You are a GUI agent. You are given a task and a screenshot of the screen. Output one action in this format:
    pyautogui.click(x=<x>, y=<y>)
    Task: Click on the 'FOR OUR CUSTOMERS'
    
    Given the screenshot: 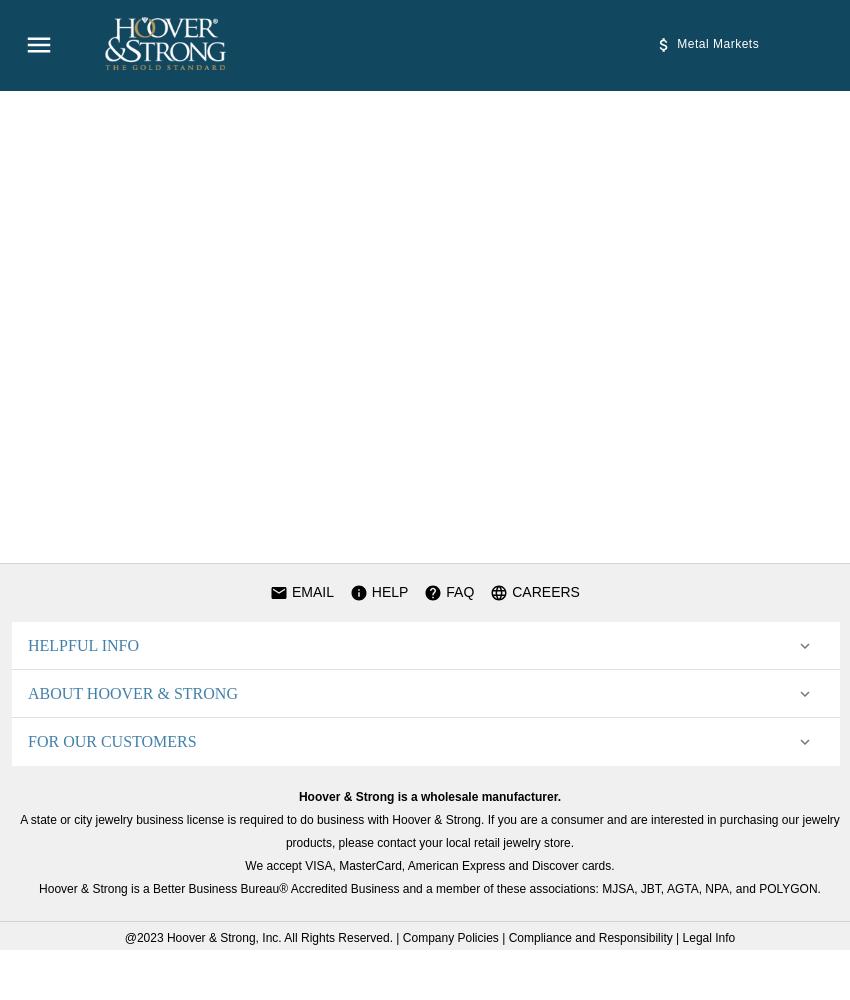 What is the action you would take?
    pyautogui.click(x=26, y=740)
    